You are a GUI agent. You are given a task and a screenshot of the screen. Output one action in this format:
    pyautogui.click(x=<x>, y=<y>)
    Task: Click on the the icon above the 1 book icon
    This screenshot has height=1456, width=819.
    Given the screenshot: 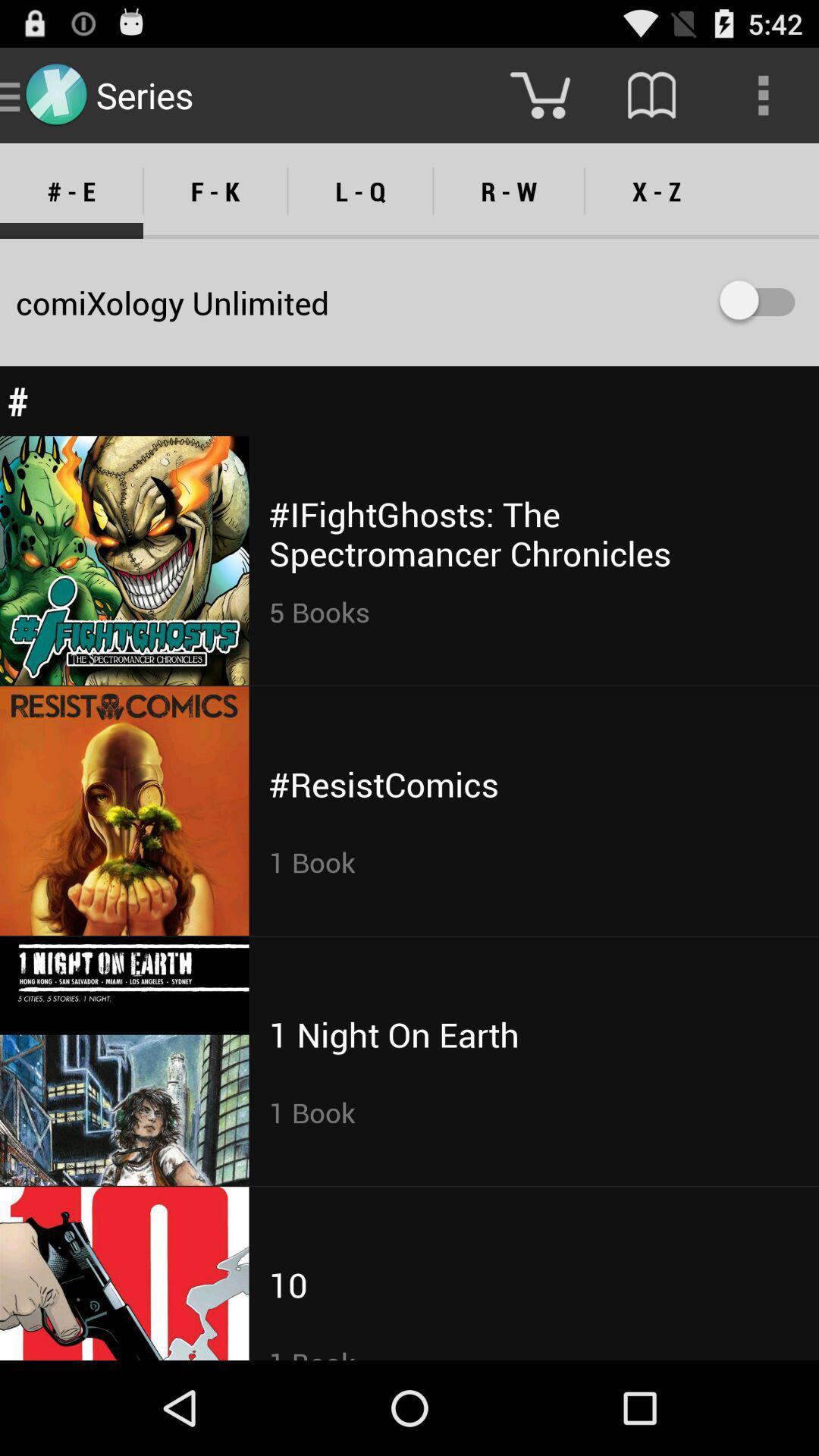 What is the action you would take?
    pyautogui.click(x=288, y=1284)
    